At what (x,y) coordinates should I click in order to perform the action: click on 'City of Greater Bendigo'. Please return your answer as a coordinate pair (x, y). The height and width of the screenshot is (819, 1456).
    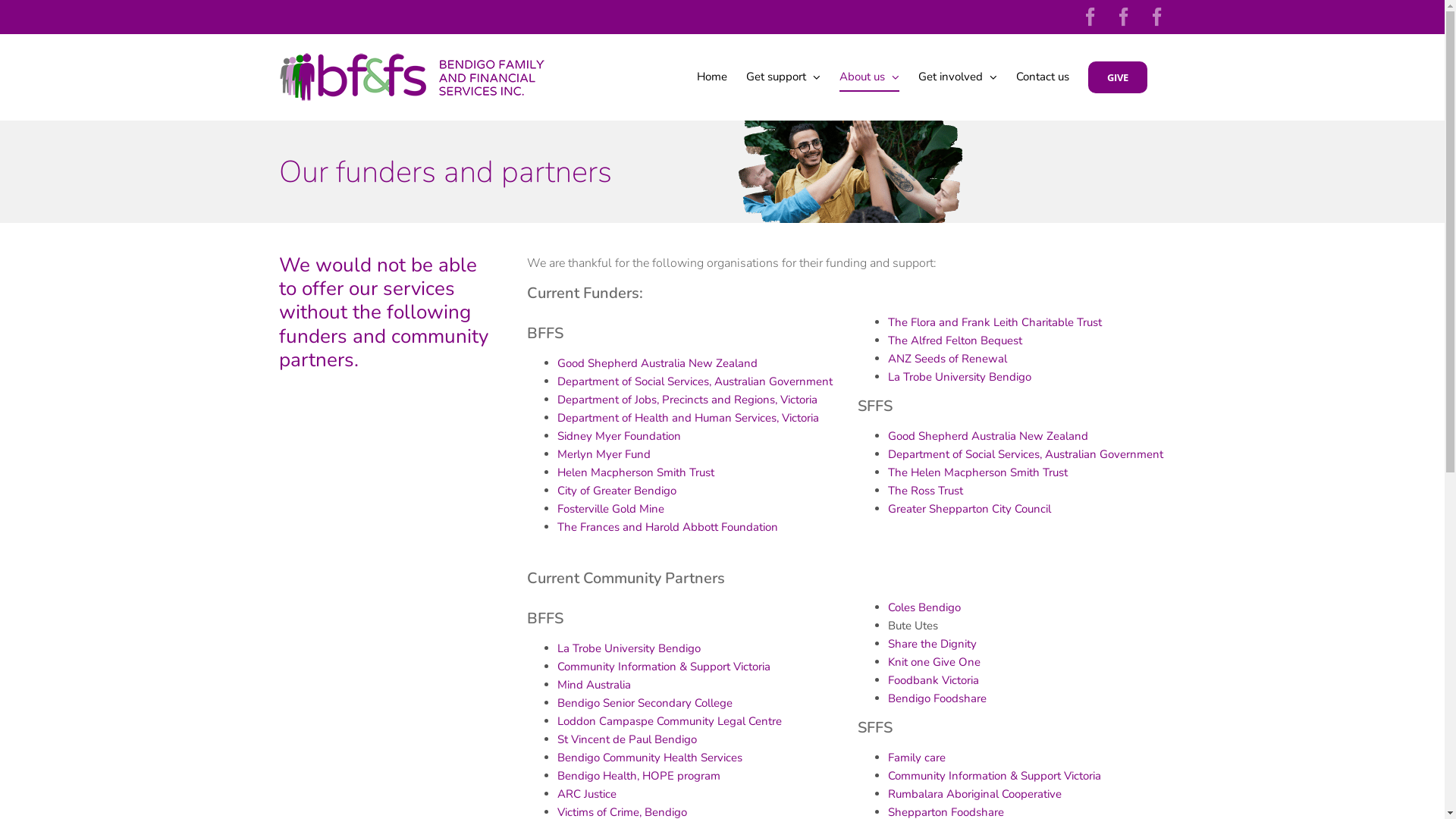
    Looking at the image, I should click on (617, 491).